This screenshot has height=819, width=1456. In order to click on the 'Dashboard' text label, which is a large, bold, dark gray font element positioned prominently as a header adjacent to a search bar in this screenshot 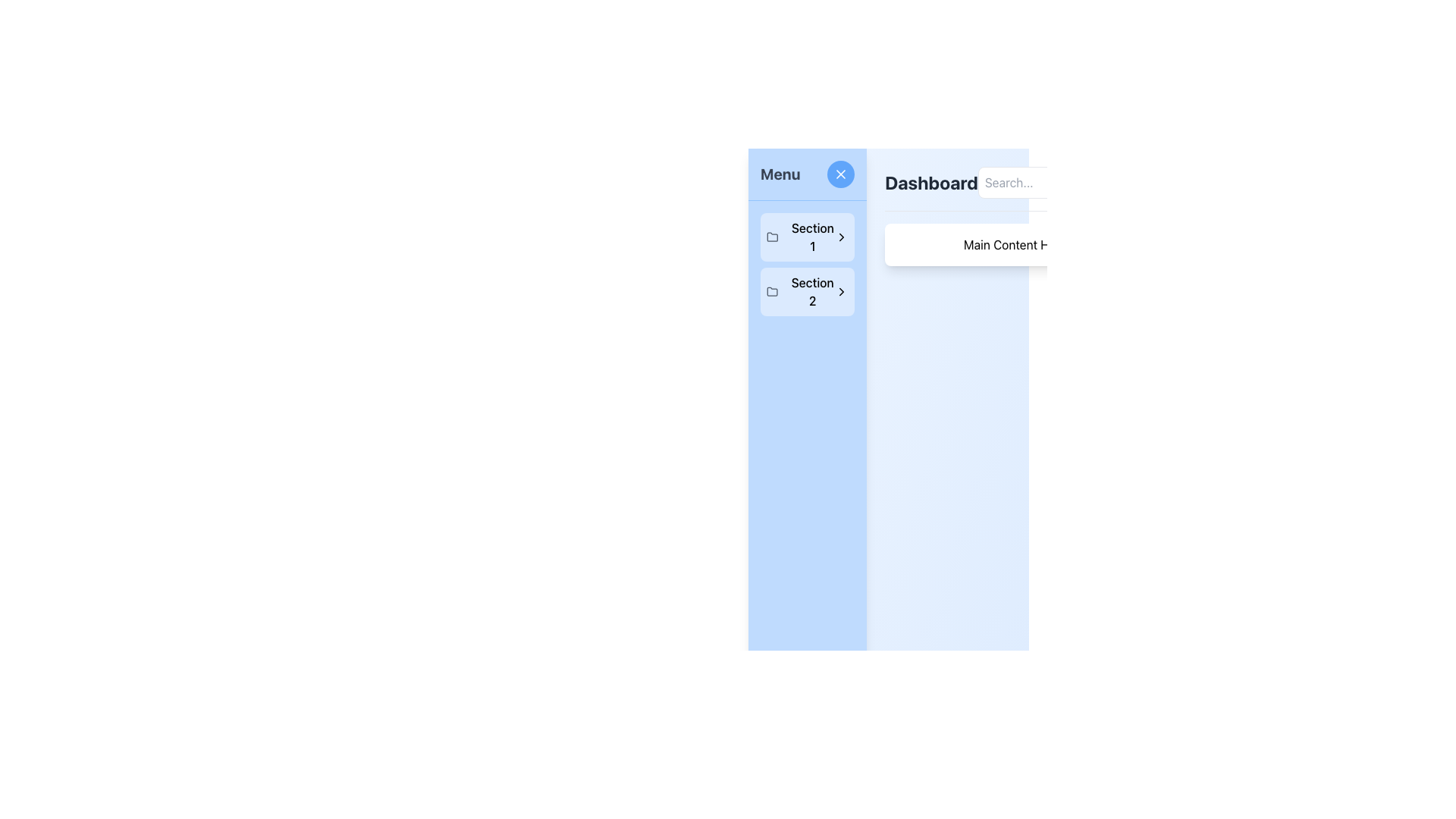, I will do `click(930, 181)`.